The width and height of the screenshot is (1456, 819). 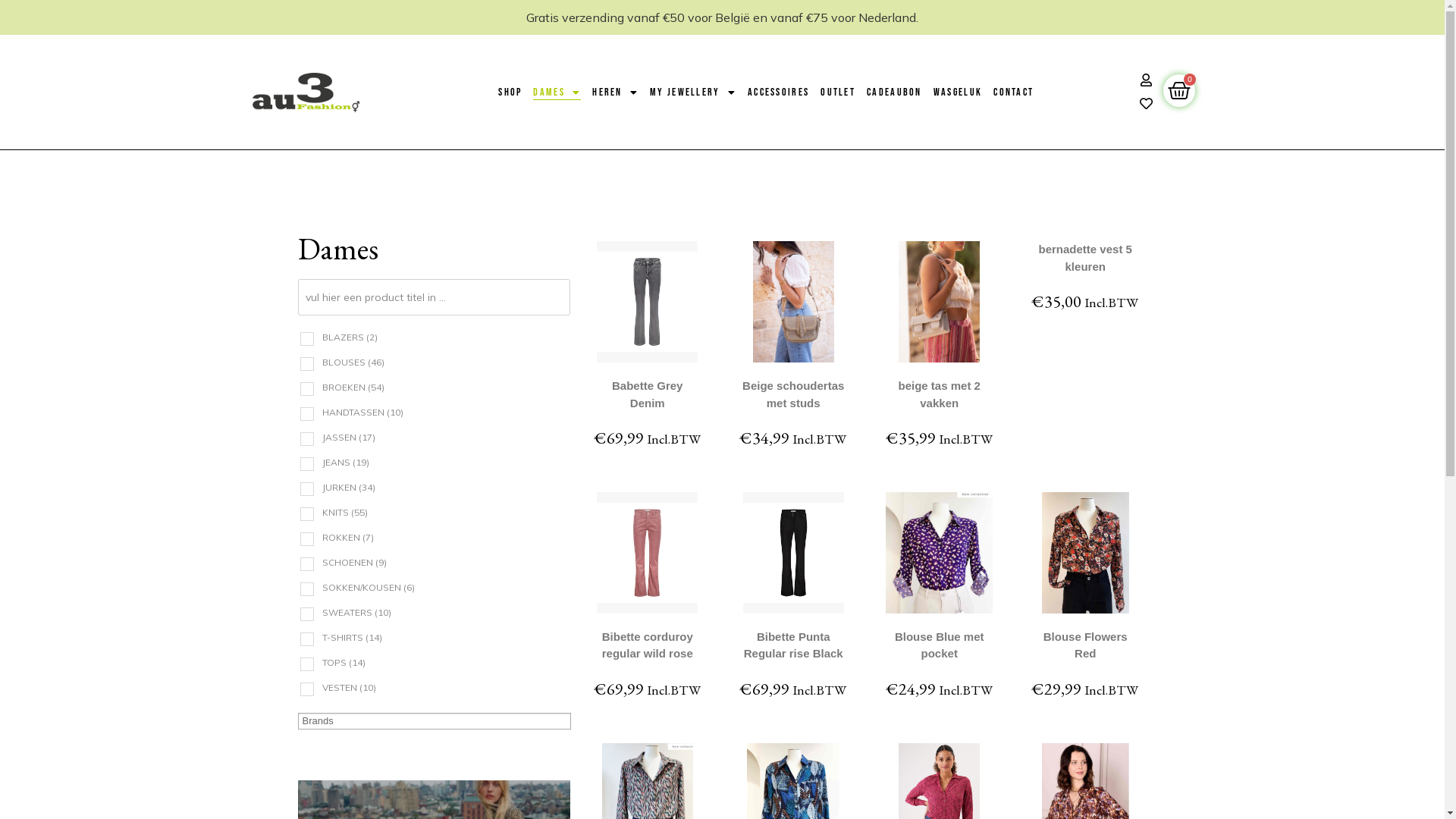 I want to click on 'Contact', so click(x=993, y=93).